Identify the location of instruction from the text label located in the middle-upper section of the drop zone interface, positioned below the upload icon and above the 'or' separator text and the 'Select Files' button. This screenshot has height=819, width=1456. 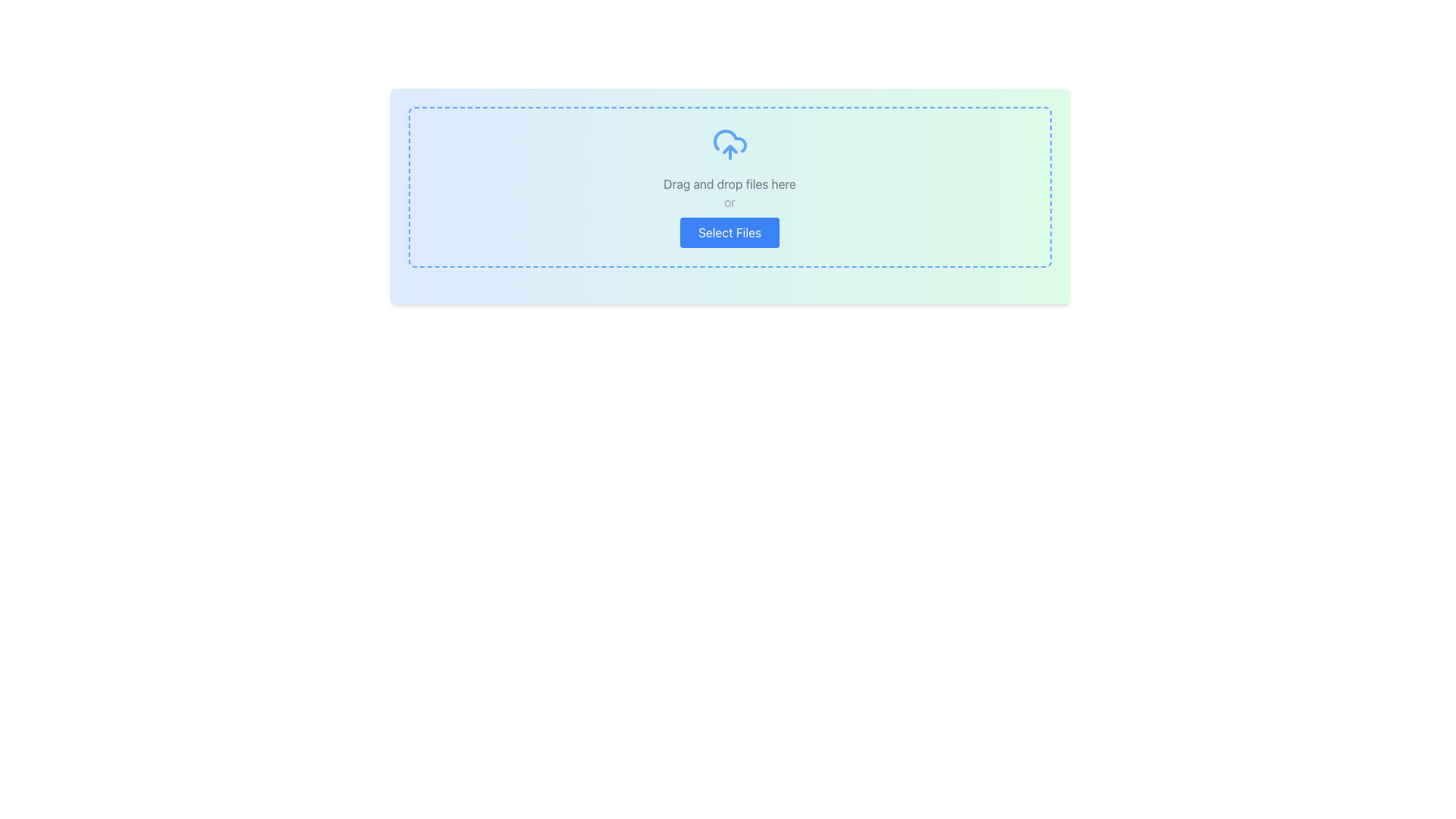
(730, 184).